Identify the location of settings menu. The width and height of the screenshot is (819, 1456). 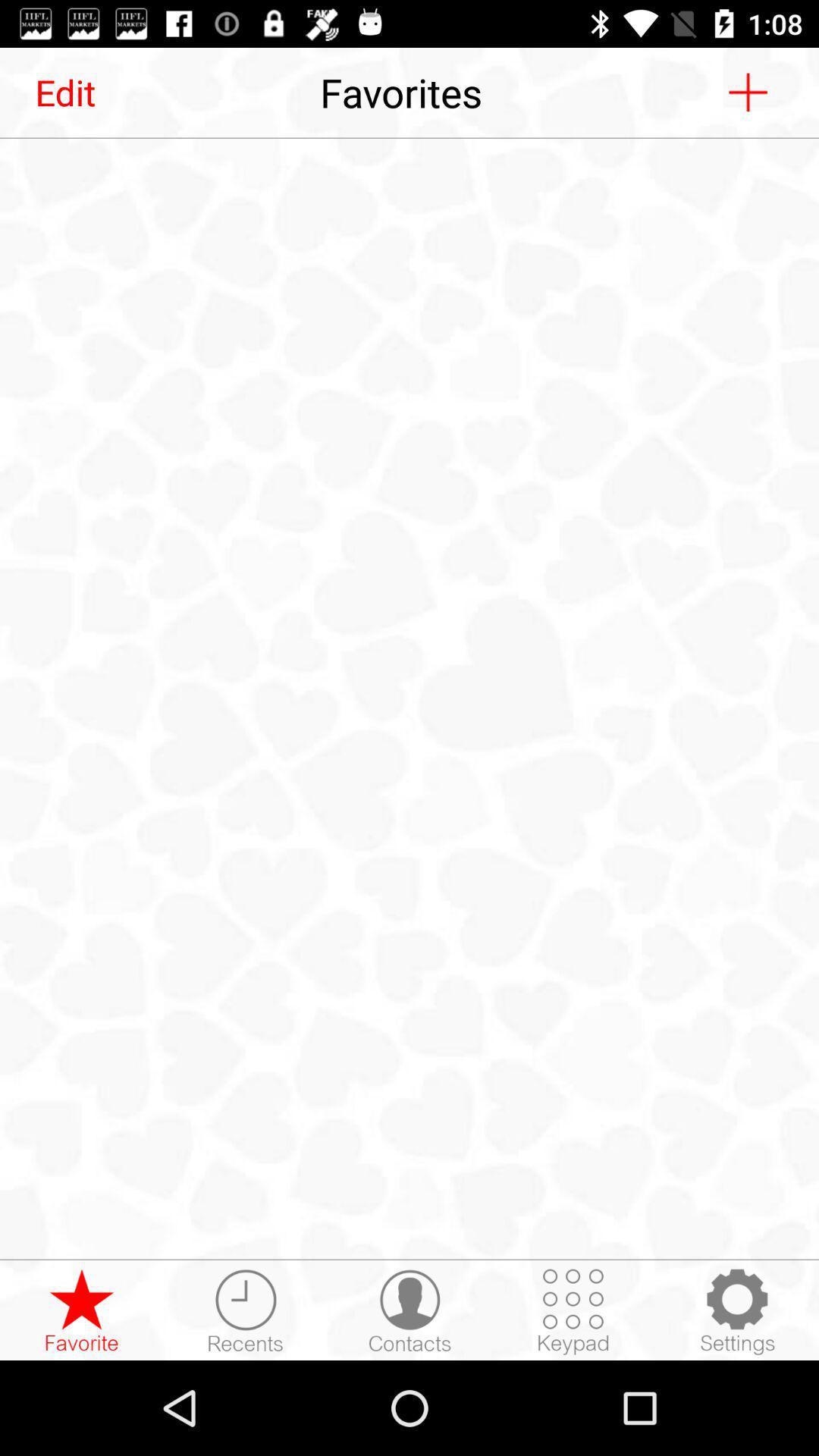
(736, 1310).